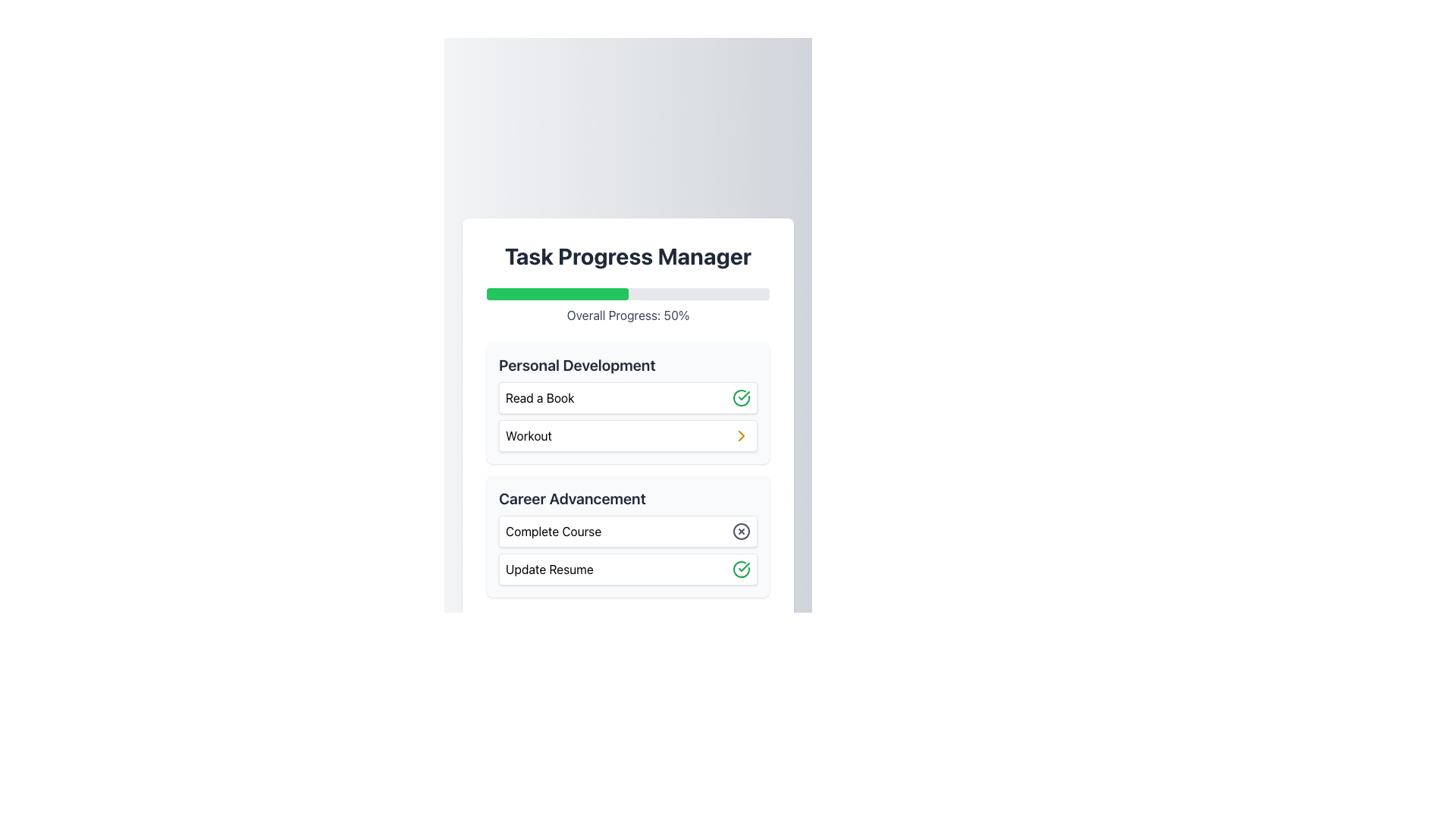  Describe the element at coordinates (628, 435) in the screenshot. I see `the interactive navigation item in the 'Personal Development' category, specifically the 'Workout' item` at that location.